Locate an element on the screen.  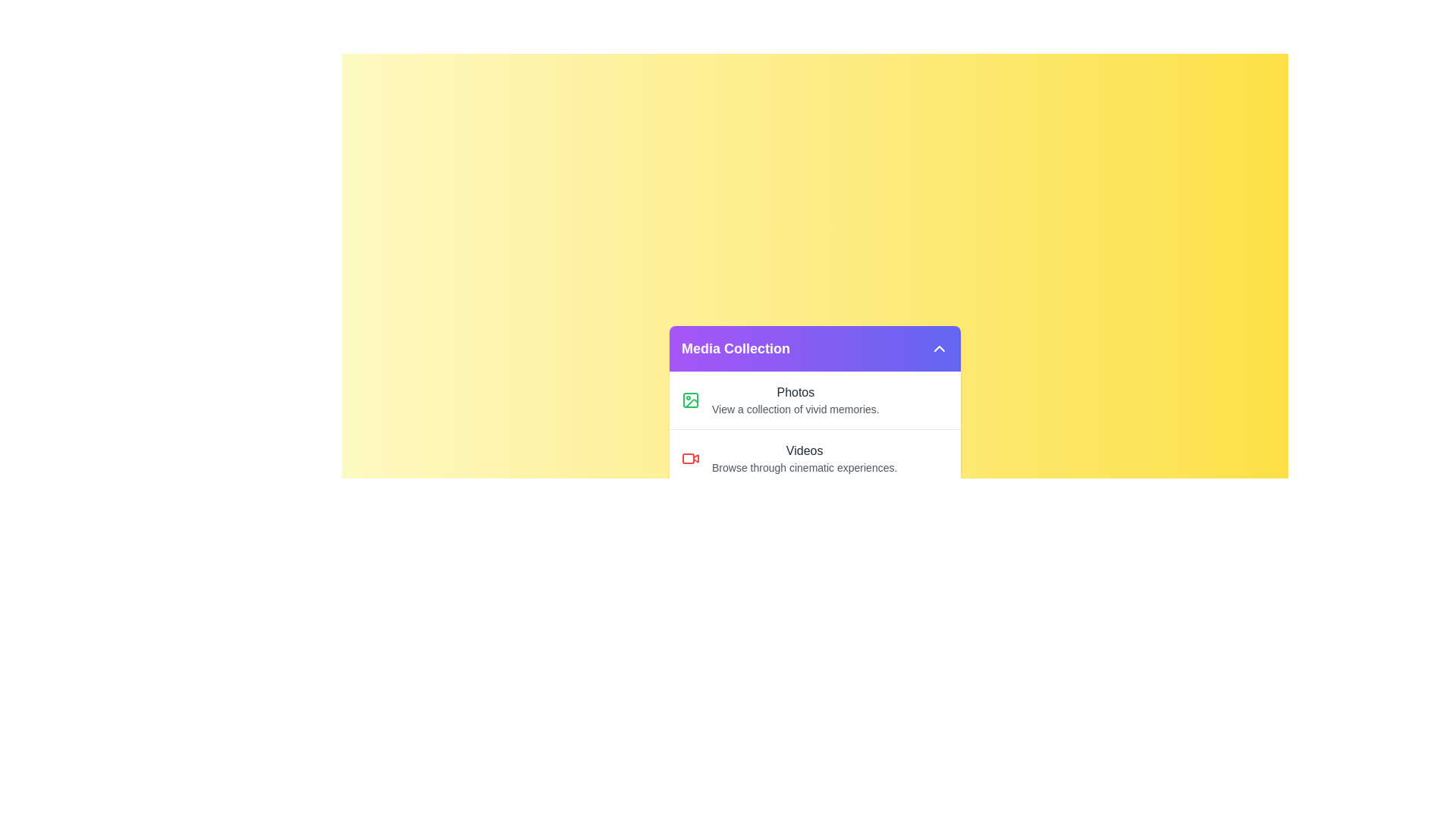
the list item corresponding to Videos is located at coordinates (814, 457).